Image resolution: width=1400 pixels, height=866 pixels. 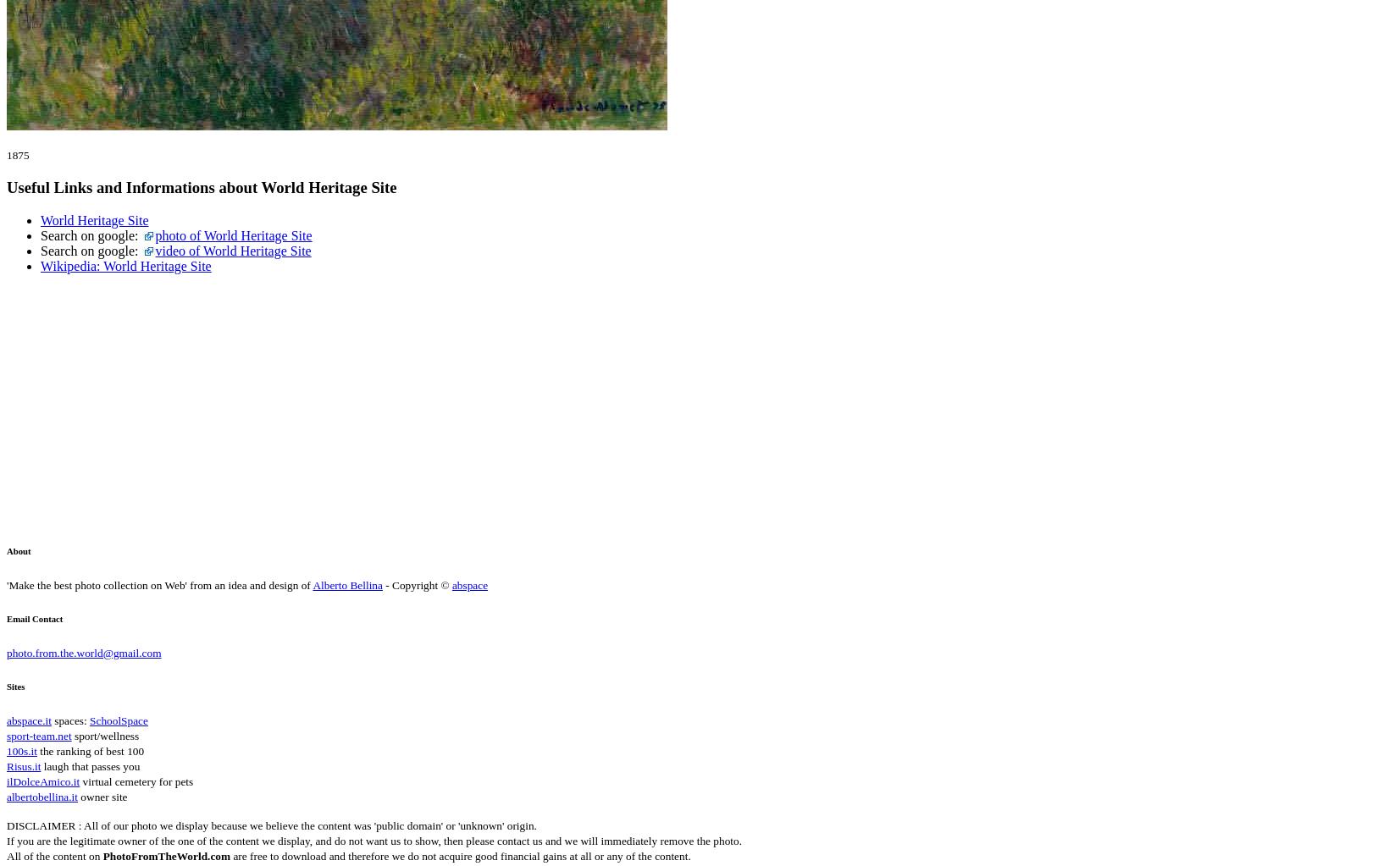 I want to click on 'video of World Heritage Site', so click(x=232, y=249).